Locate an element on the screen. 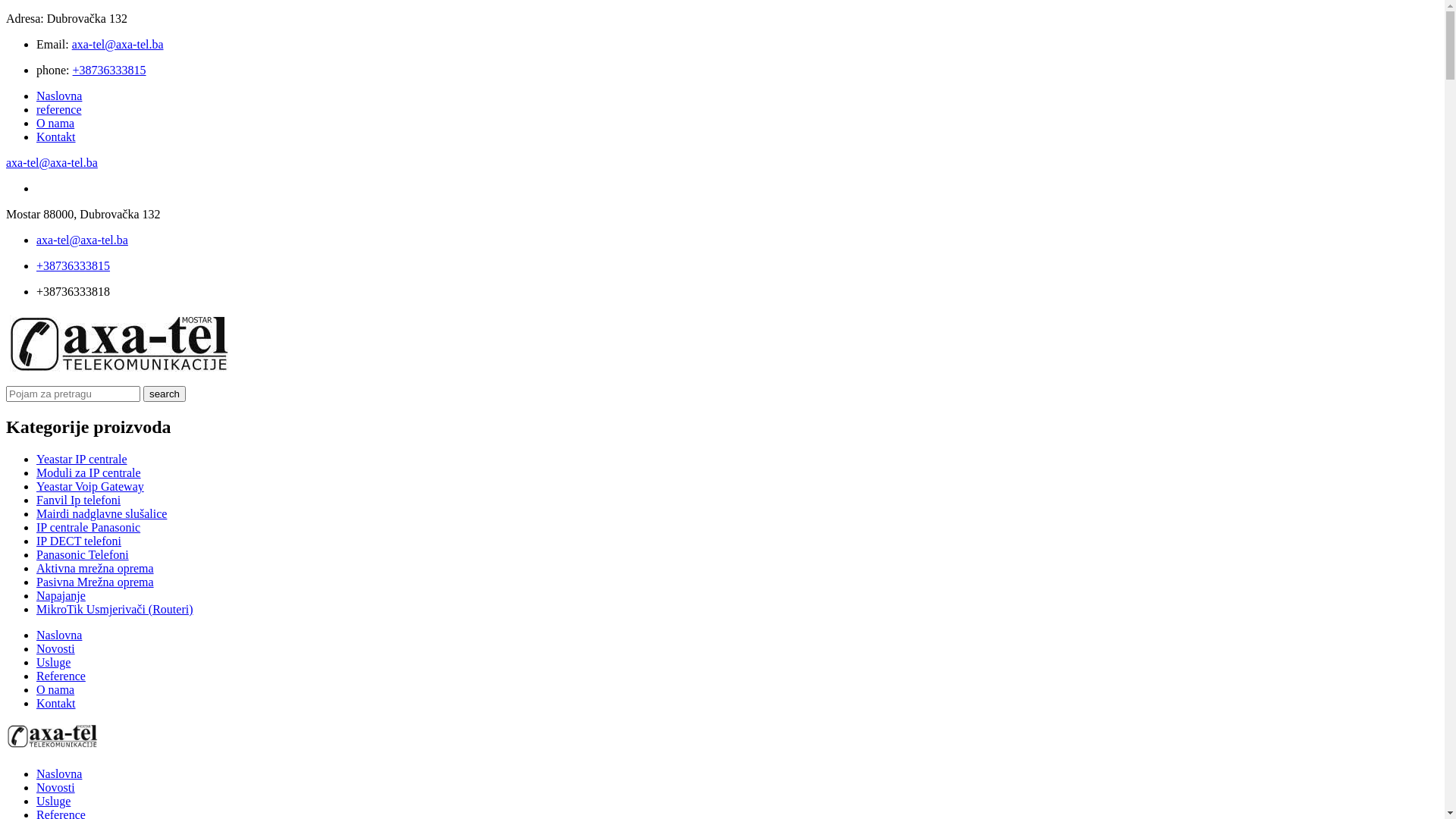 The height and width of the screenshot is (819, 1456). 'axa-tel@axa-tel.ba' is located at coordinates (6, 162).